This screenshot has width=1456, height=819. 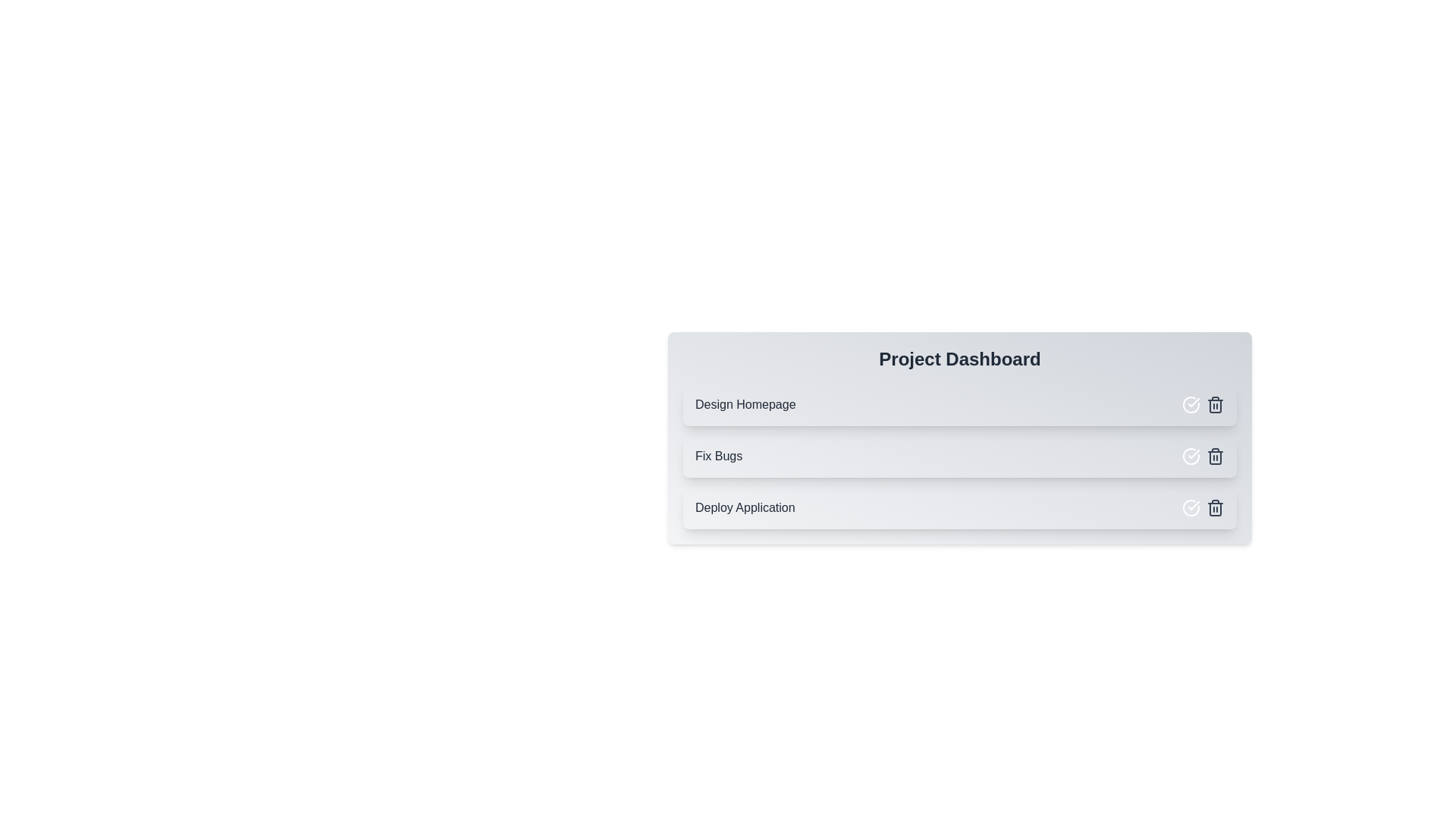 I want to click on the trash icon of the project named Design Homepage to delete it, so click(x=1216, y=403).